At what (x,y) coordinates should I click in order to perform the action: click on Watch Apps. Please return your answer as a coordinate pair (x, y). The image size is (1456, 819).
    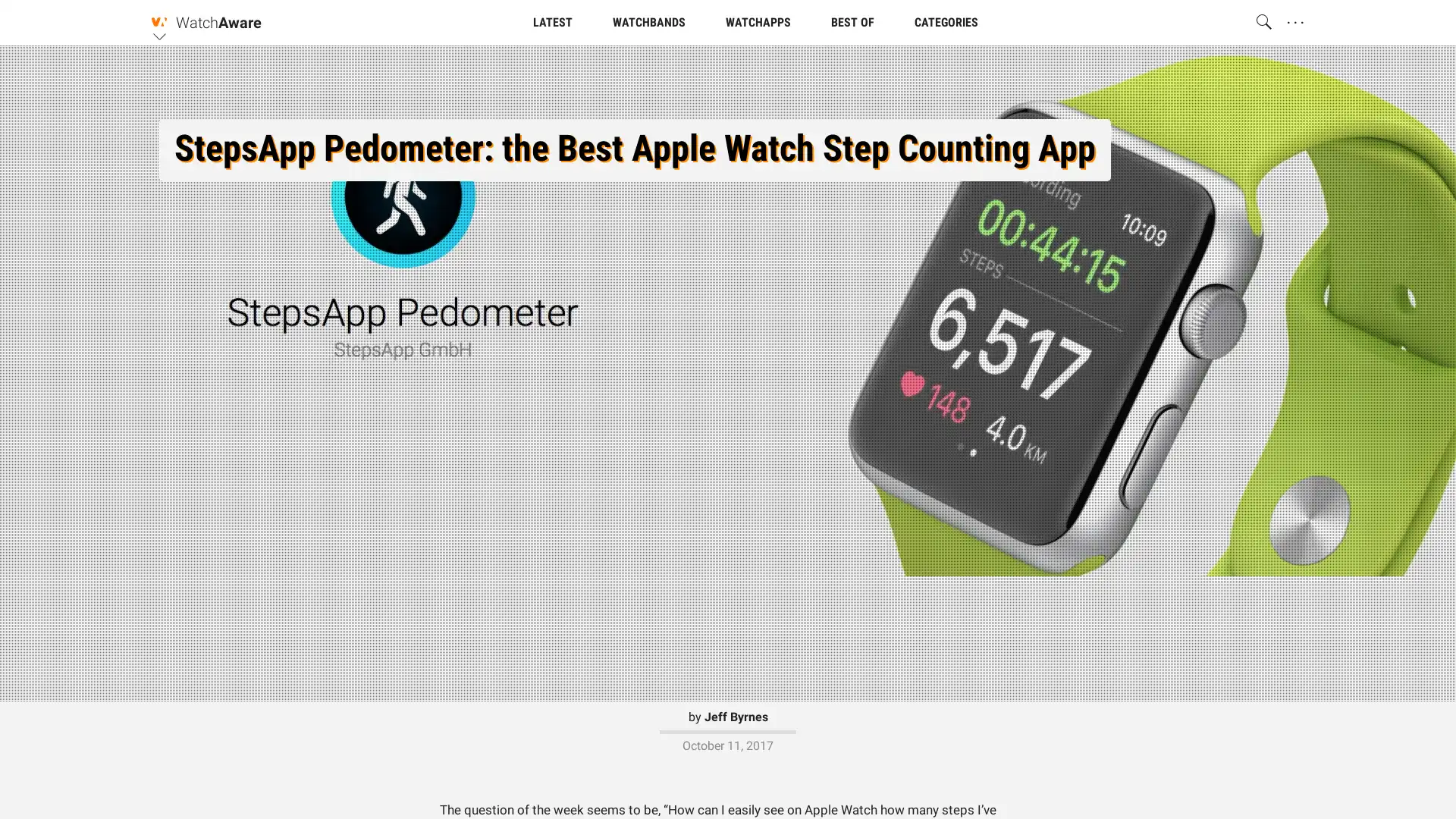
    Looking at the image, I should click on (728, 143).